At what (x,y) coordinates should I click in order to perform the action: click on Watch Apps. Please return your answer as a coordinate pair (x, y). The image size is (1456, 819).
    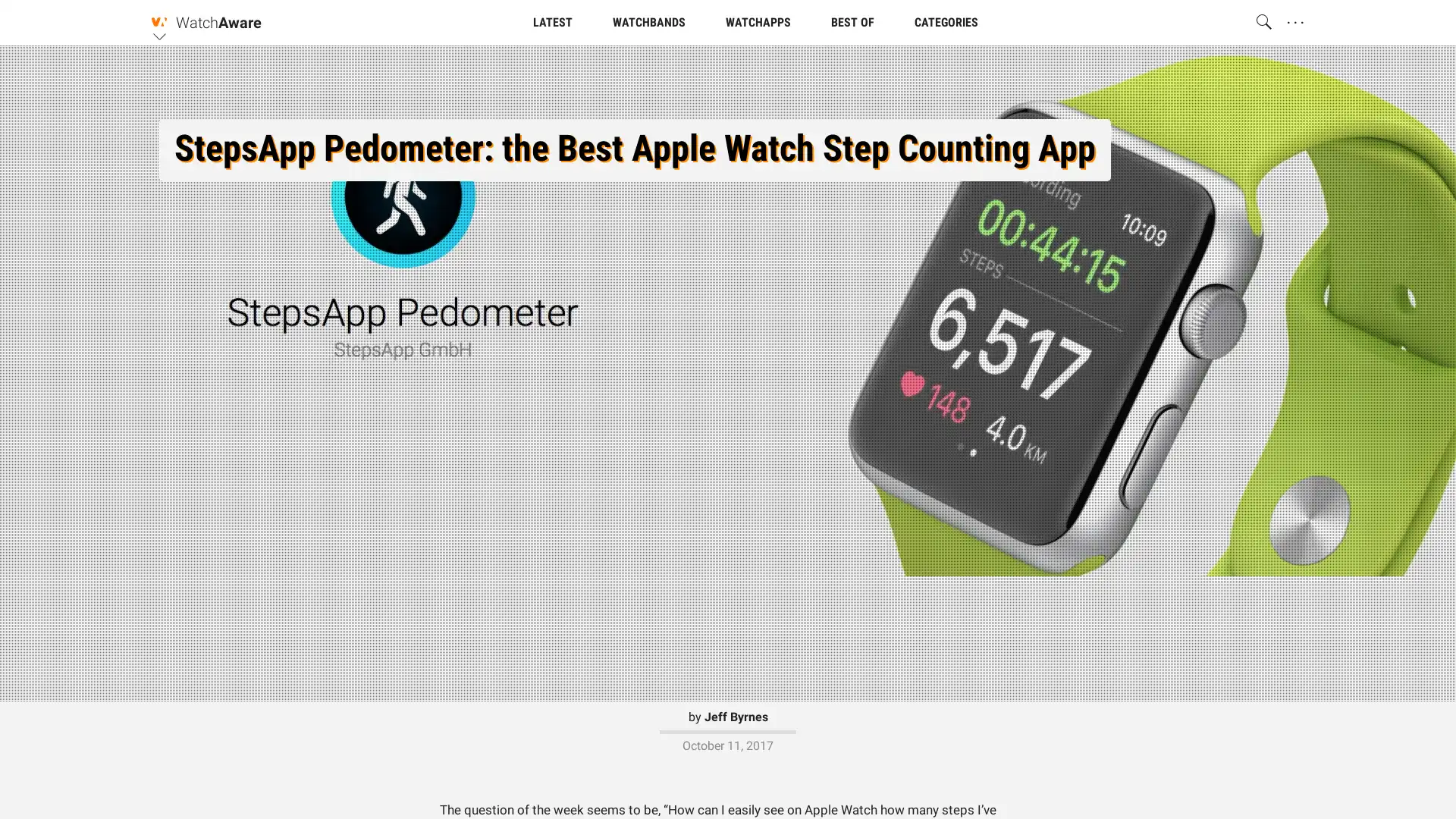
    Looking at the image, I should click on (728, 143).